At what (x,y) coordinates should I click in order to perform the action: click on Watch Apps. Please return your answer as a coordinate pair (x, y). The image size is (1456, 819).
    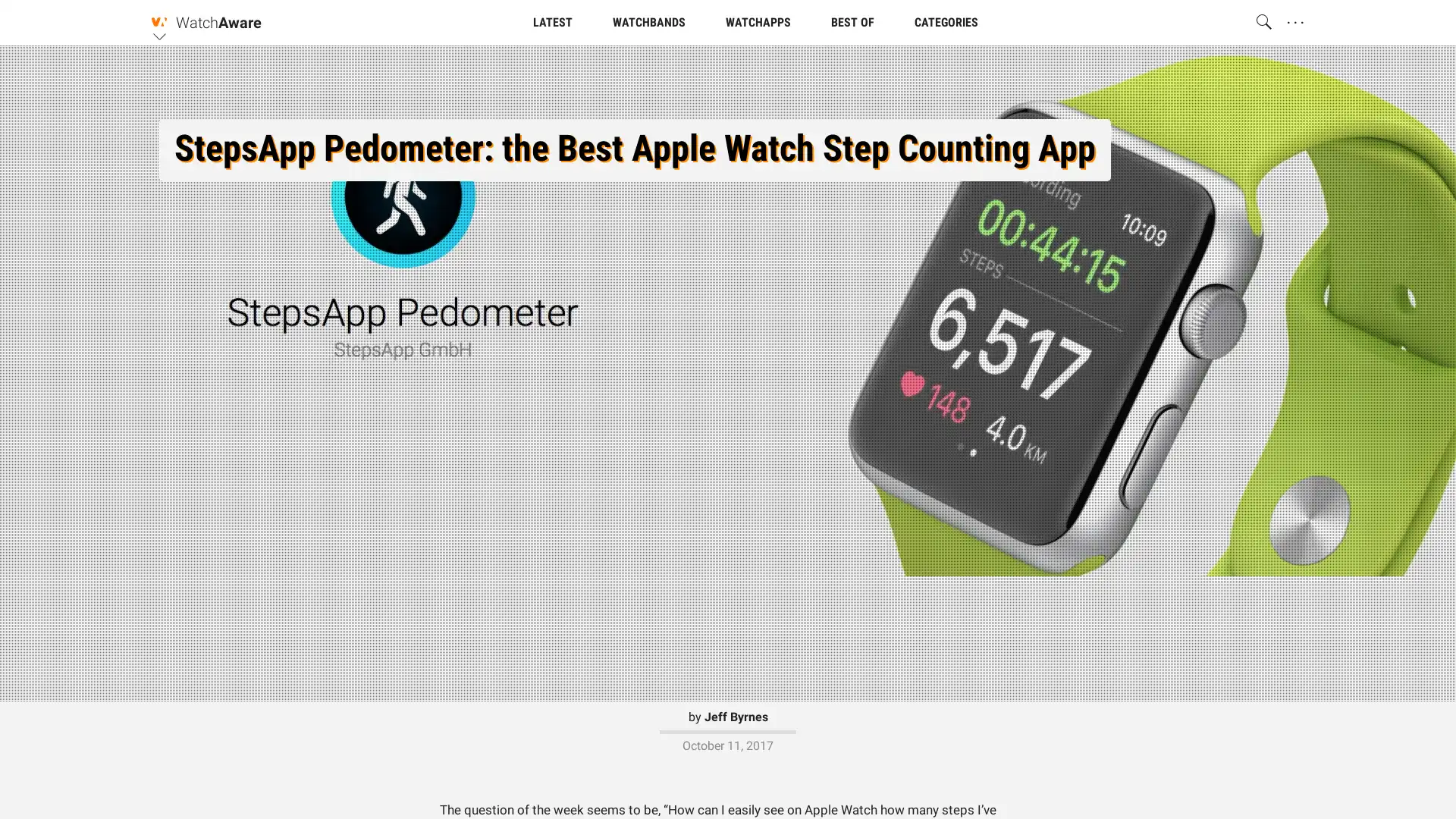
    Looking at the image, I should click on (728, 143).